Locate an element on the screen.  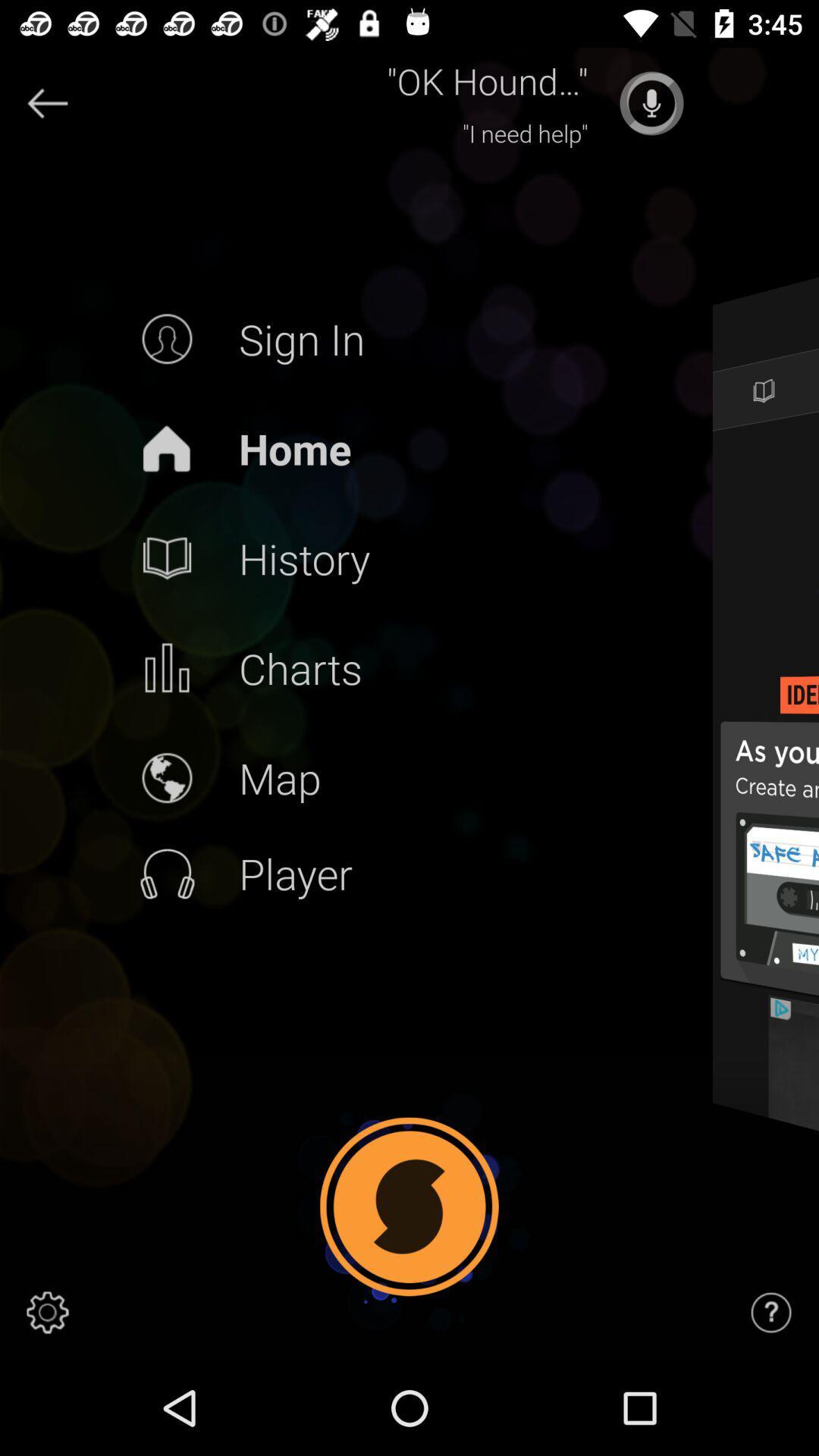
song is located at coordinates (651, 102).